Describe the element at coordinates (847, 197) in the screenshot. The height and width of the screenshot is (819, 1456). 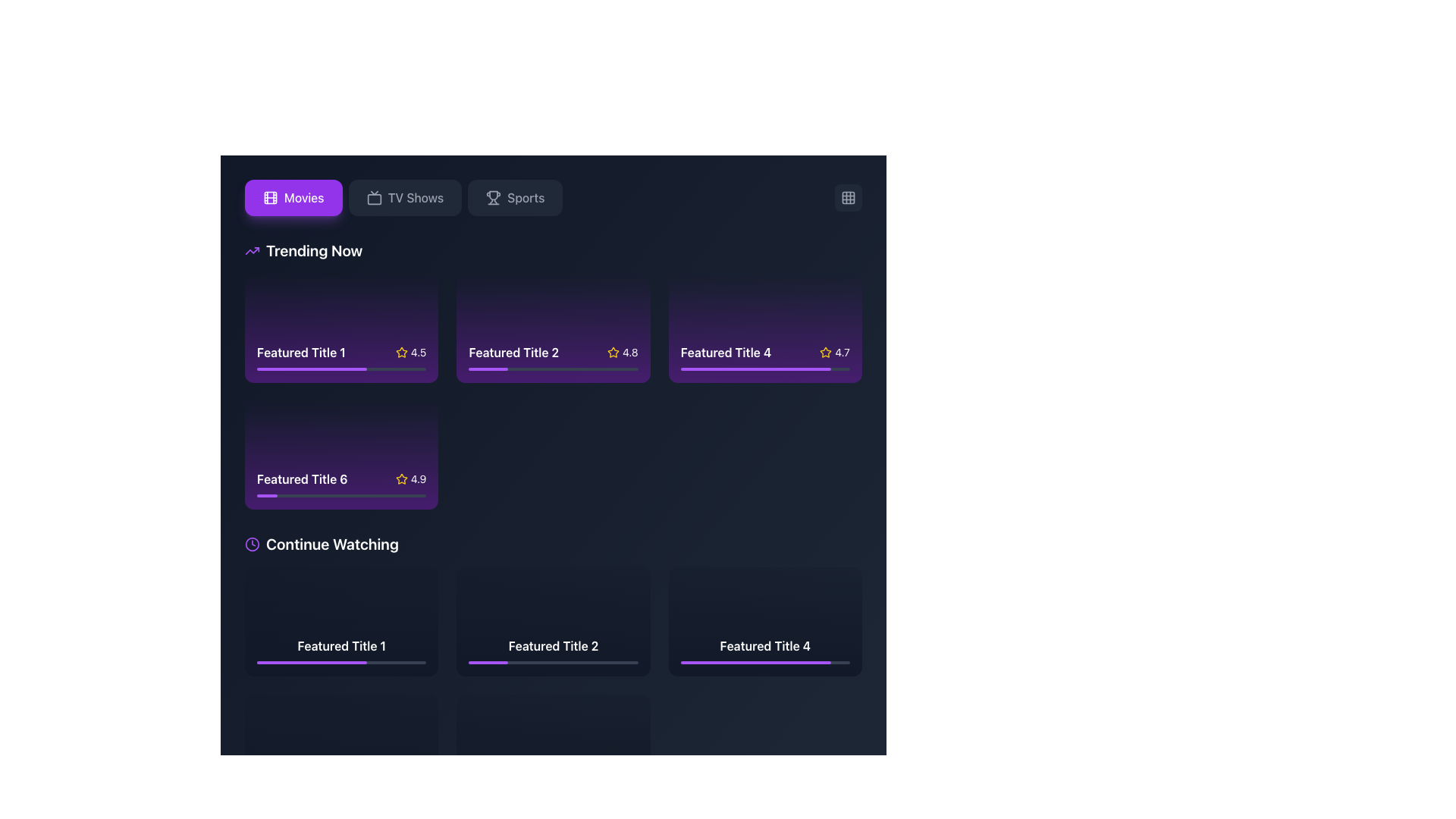
I see `the grid icon component located in the upper-right corner of the user interface, which serves as a compact menu or layout selector` at that location.